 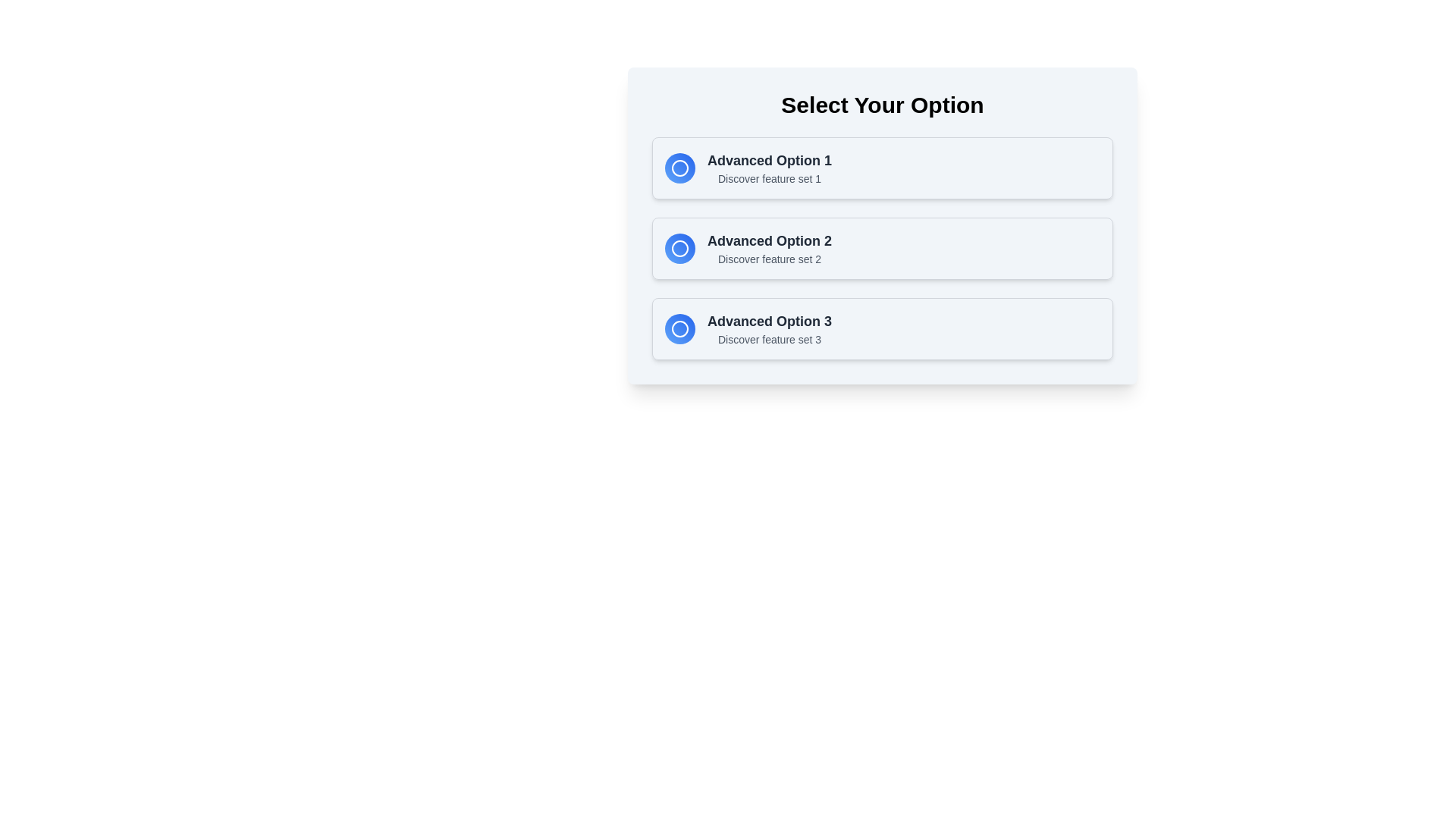 What do you see at coordinates (679, 328) in the screenshot?
I see `the visual icon representing the advanced option within the card labeled 'Advanced Option 3' by moving the cursor to its center point` at bounding box center [679, 328].